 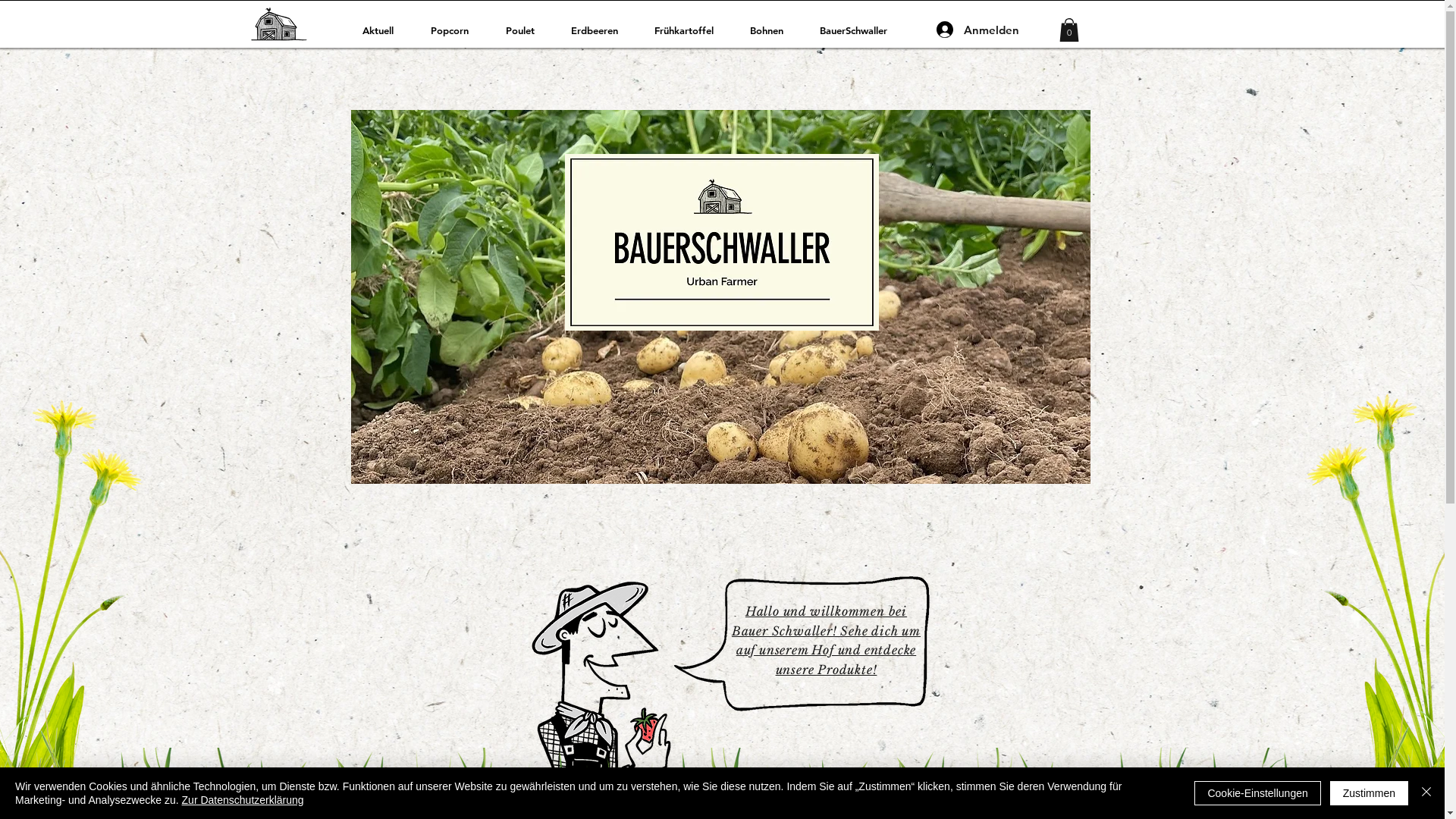 I want to click on 'Erdbeeren', so click(x=559, y=30).